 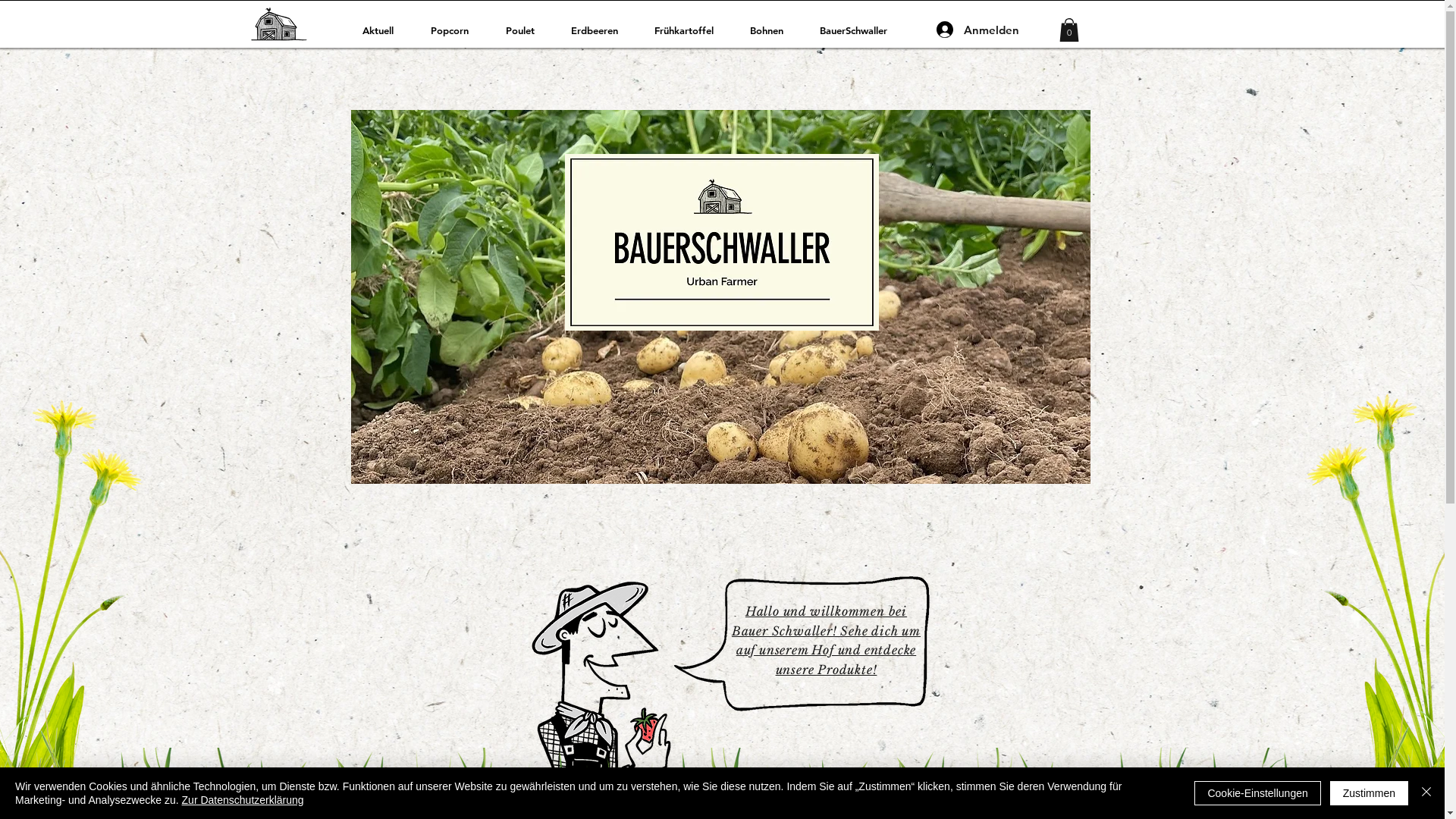 I want to click on 'Erdbeeren', so click(x=559, y=30).